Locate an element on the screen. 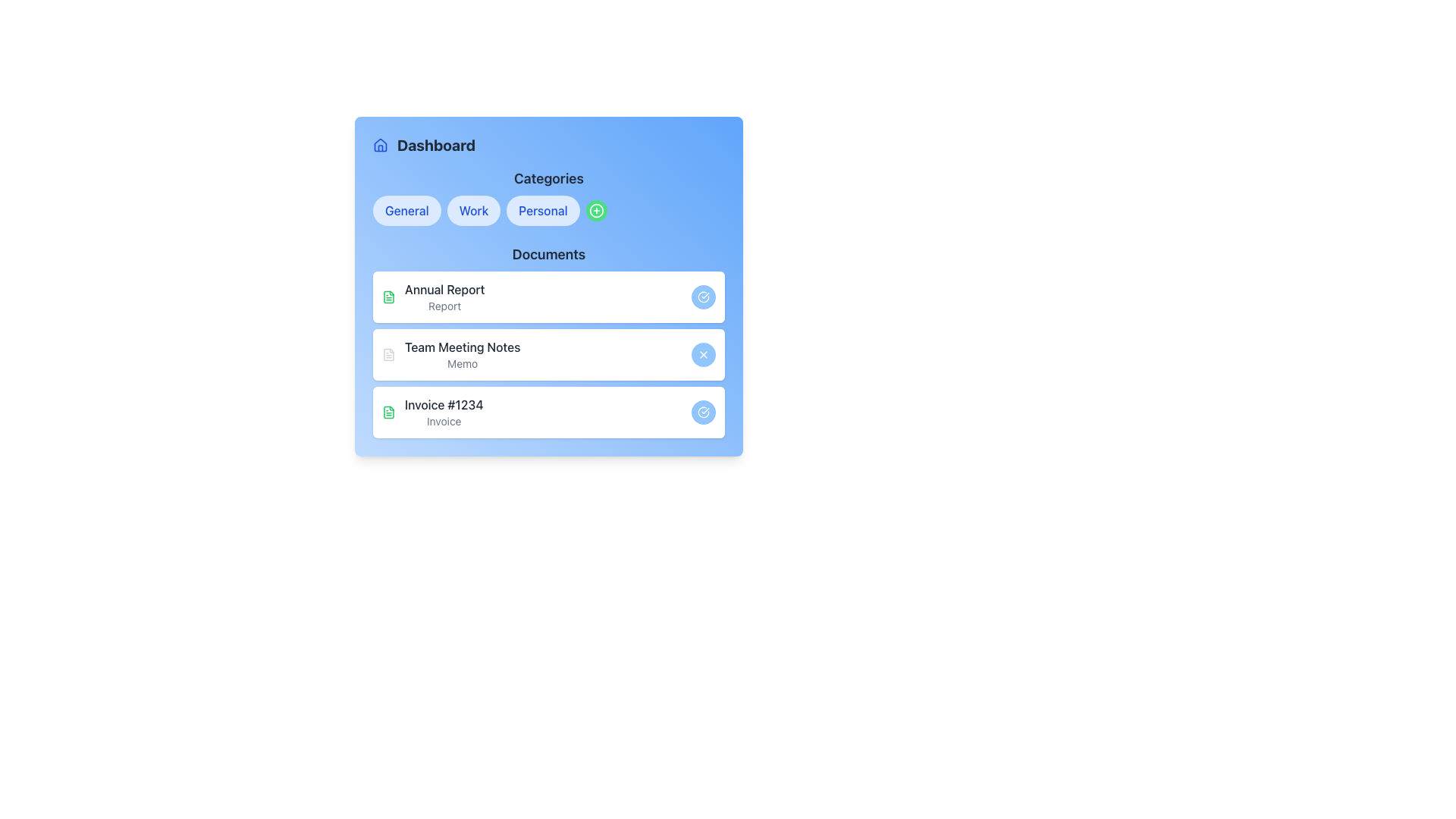 This screenshot has width=1456, height=819. the 'Team Meeting Notes' entry in the Documents section is located at coordinates (450, 354).